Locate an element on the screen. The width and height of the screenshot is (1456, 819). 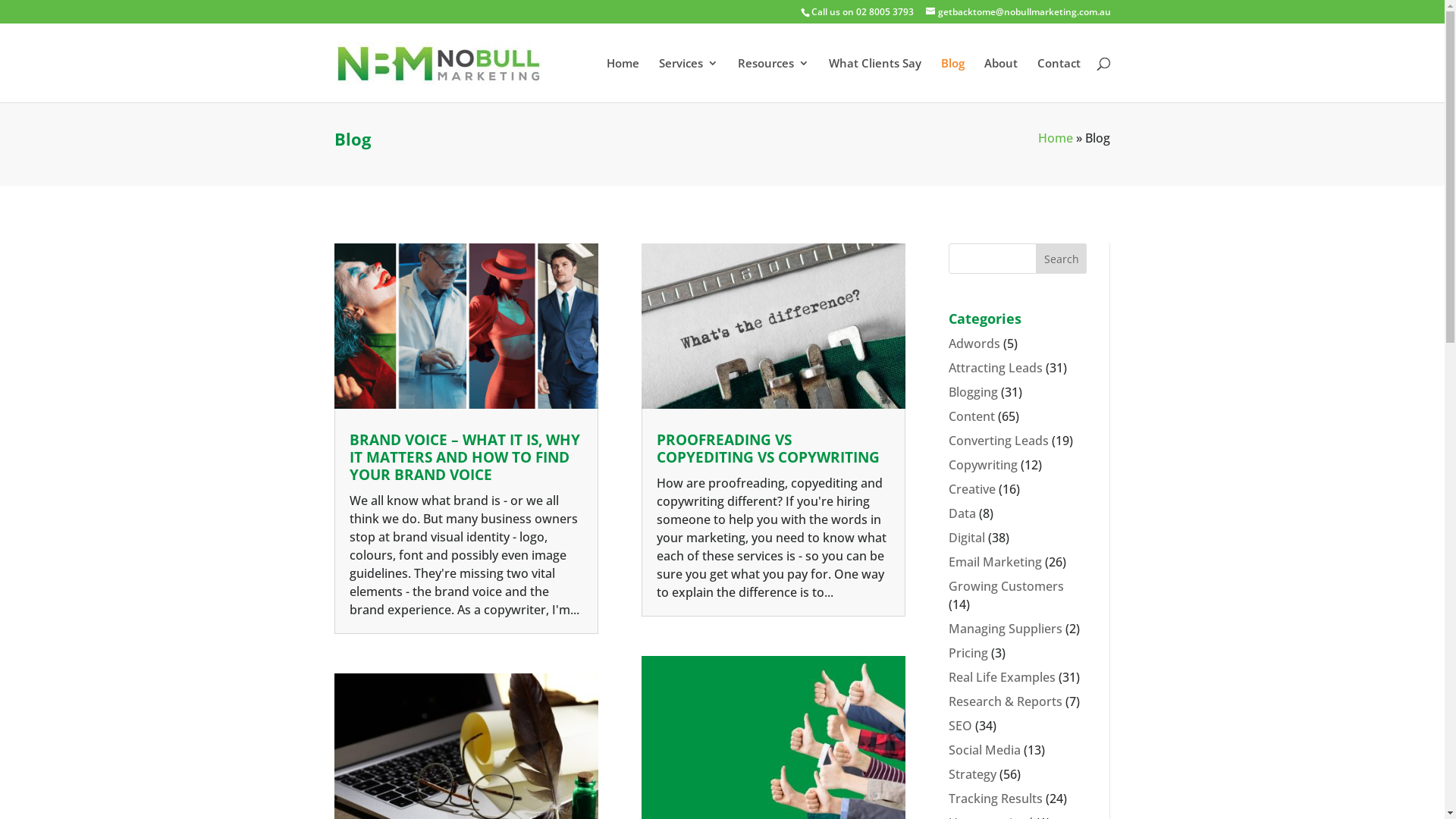
'PROOFREADING VS COPYEDITING VS COPYWRITING' is located at coordinates (767, 447).